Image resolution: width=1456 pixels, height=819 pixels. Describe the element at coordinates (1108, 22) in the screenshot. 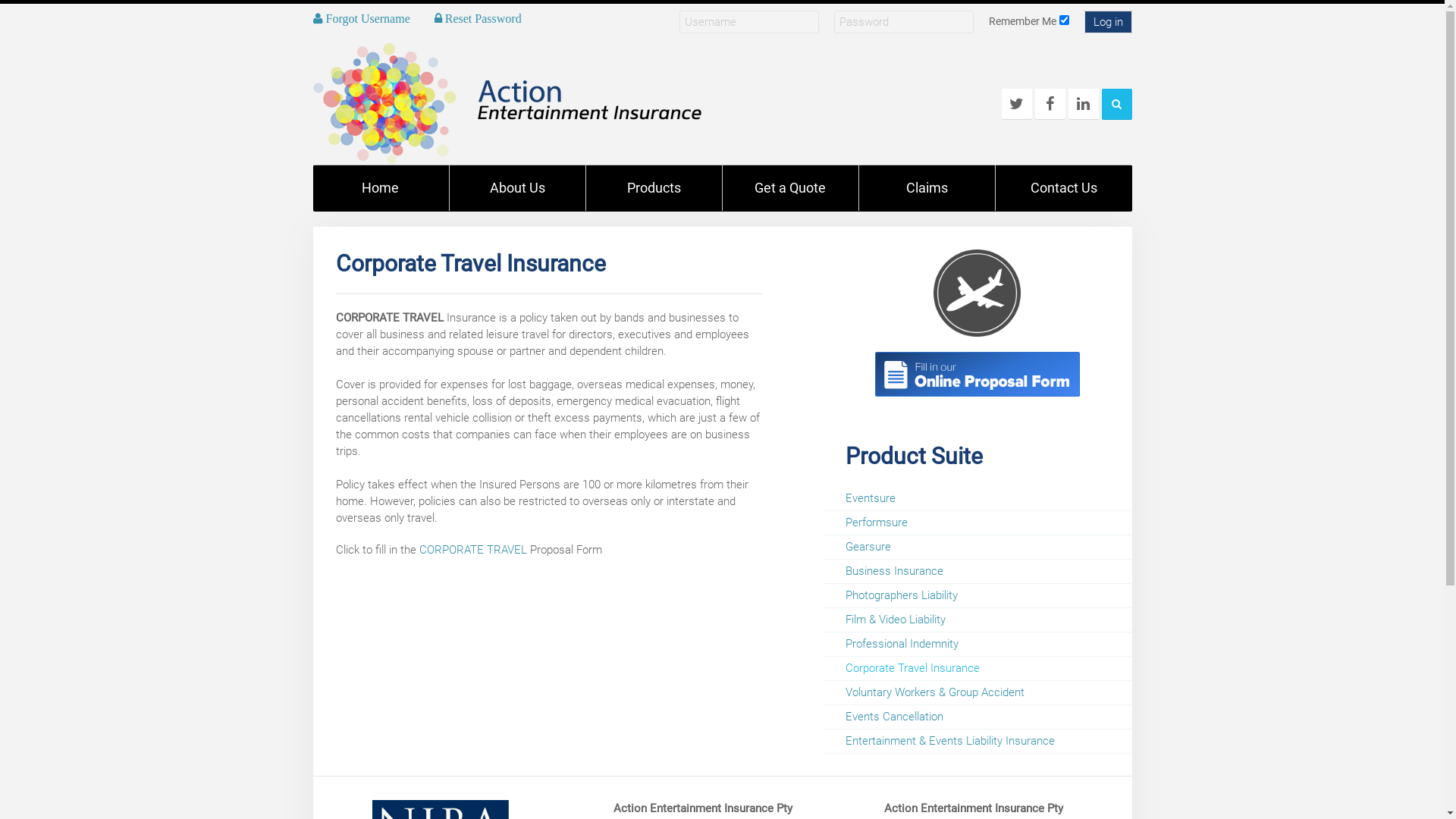

I see `'Log in'` at that location.